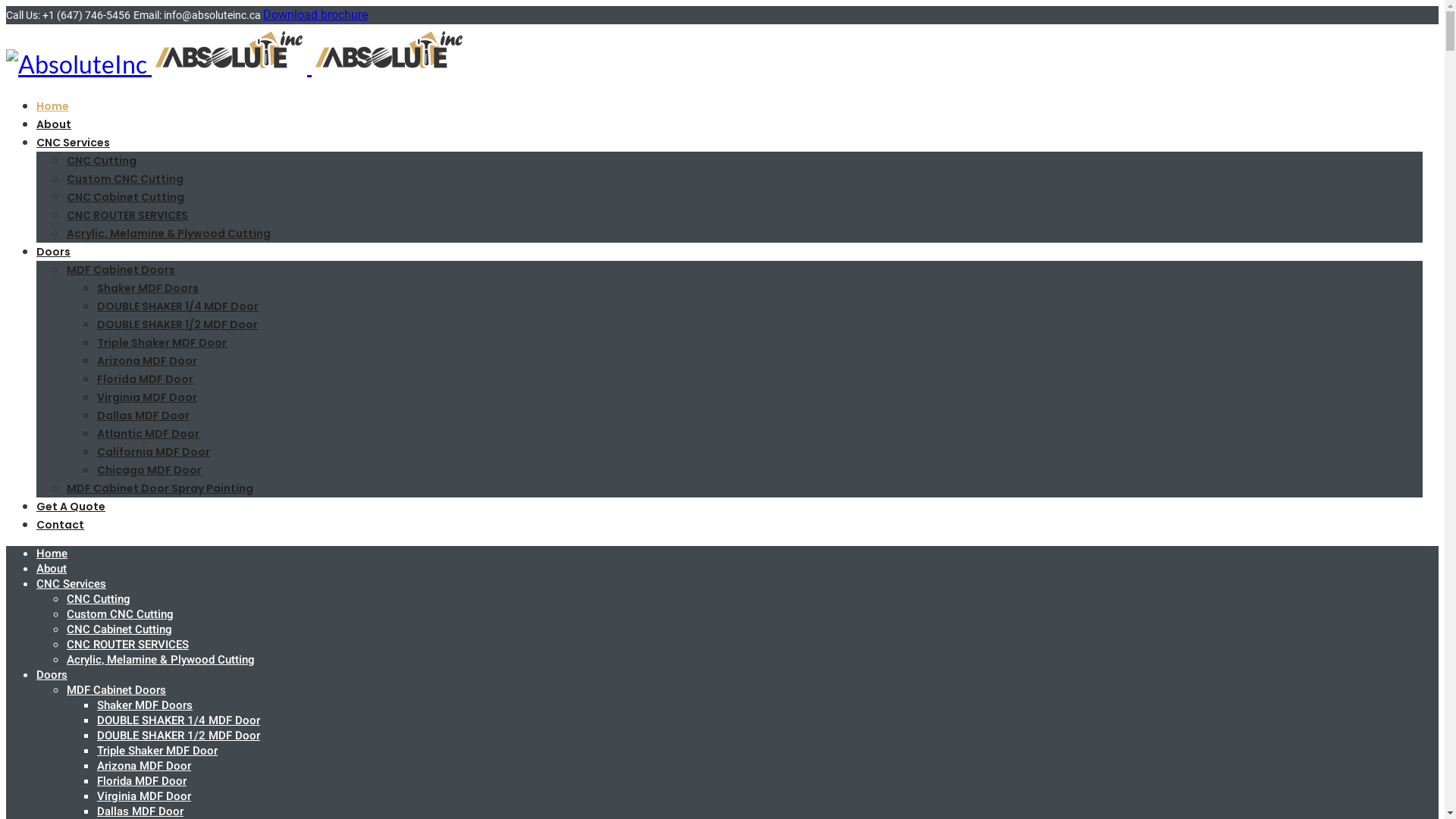  Describe the element at coordinates (52, 105) in the screenshot. I see `'Home'` at that location.